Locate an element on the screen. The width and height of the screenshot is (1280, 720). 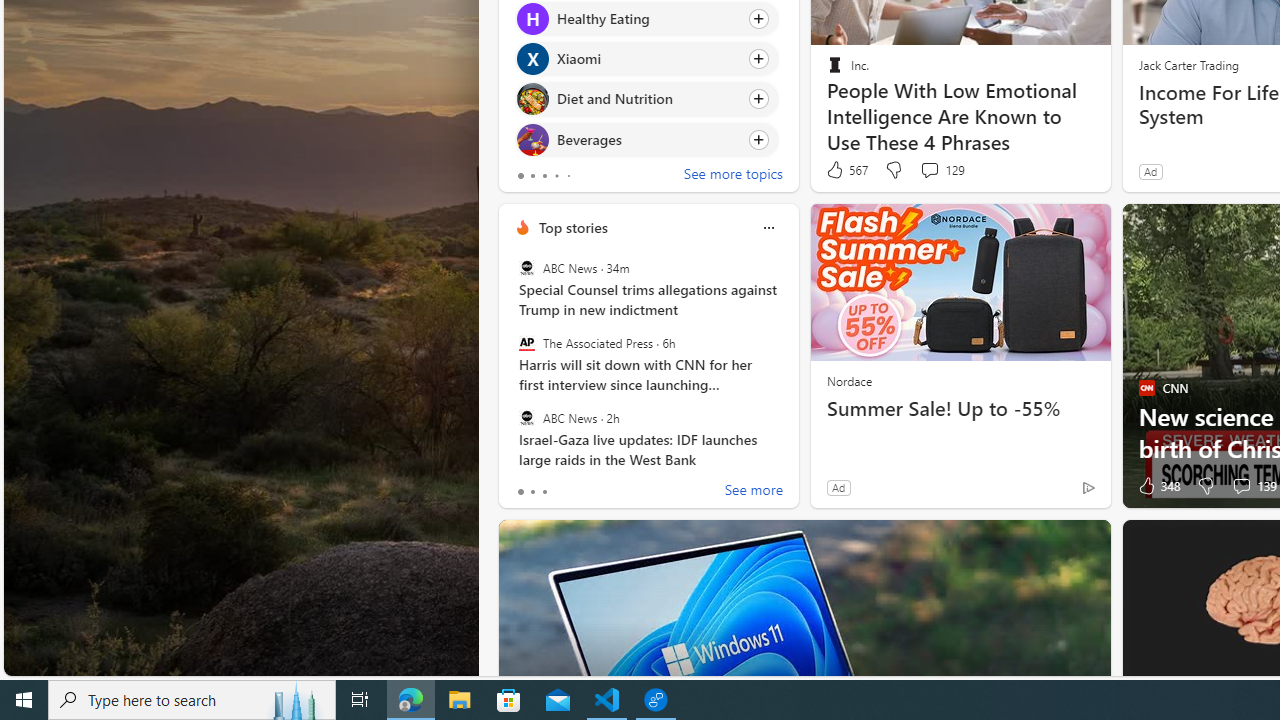
'Top stories' is located at coordinates (571, 226).